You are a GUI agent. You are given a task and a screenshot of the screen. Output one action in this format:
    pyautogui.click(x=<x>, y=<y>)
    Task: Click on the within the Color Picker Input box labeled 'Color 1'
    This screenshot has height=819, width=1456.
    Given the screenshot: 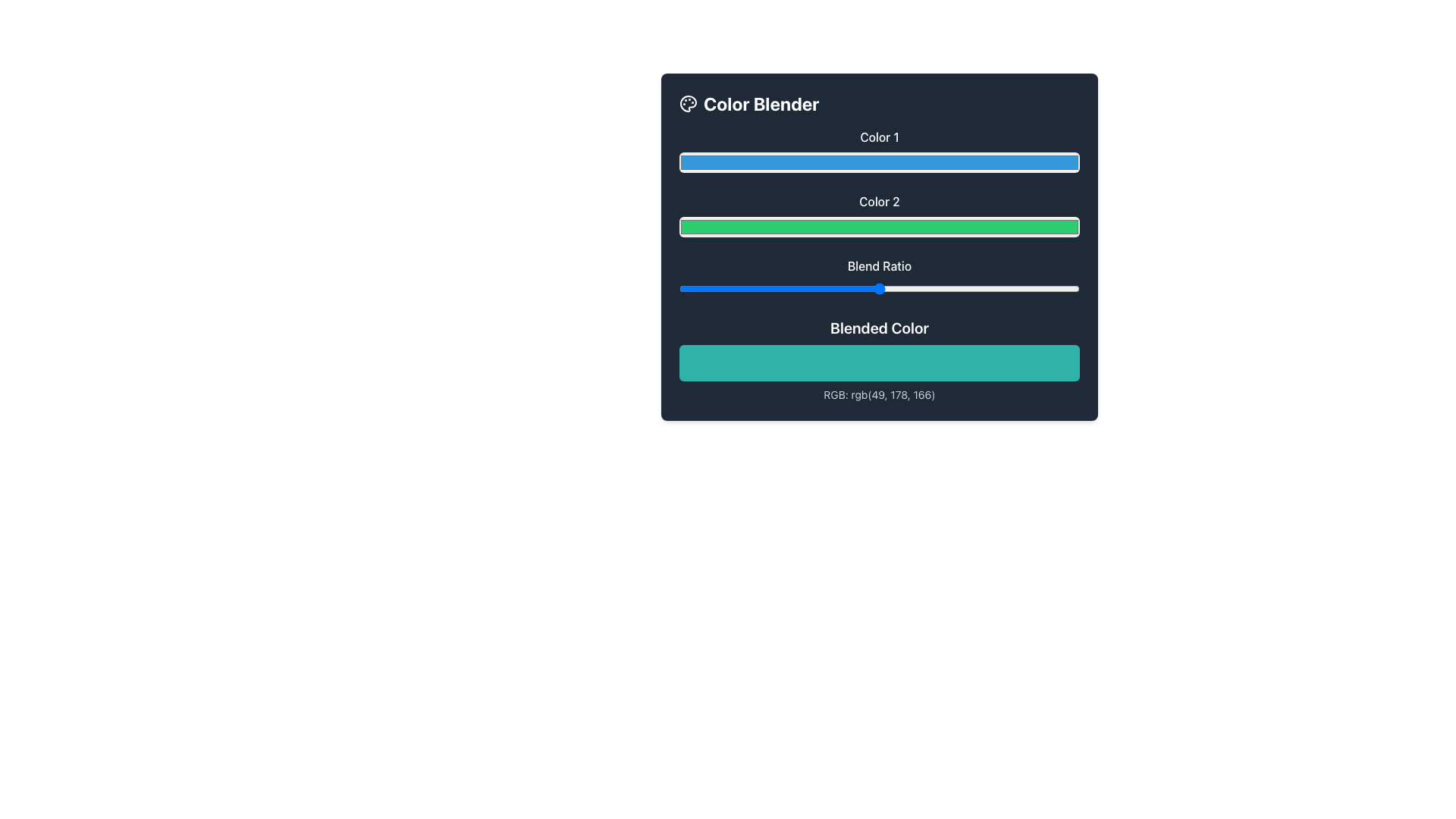 What is the action you would take?
    pyautogui.click(x=880, y=151)
    